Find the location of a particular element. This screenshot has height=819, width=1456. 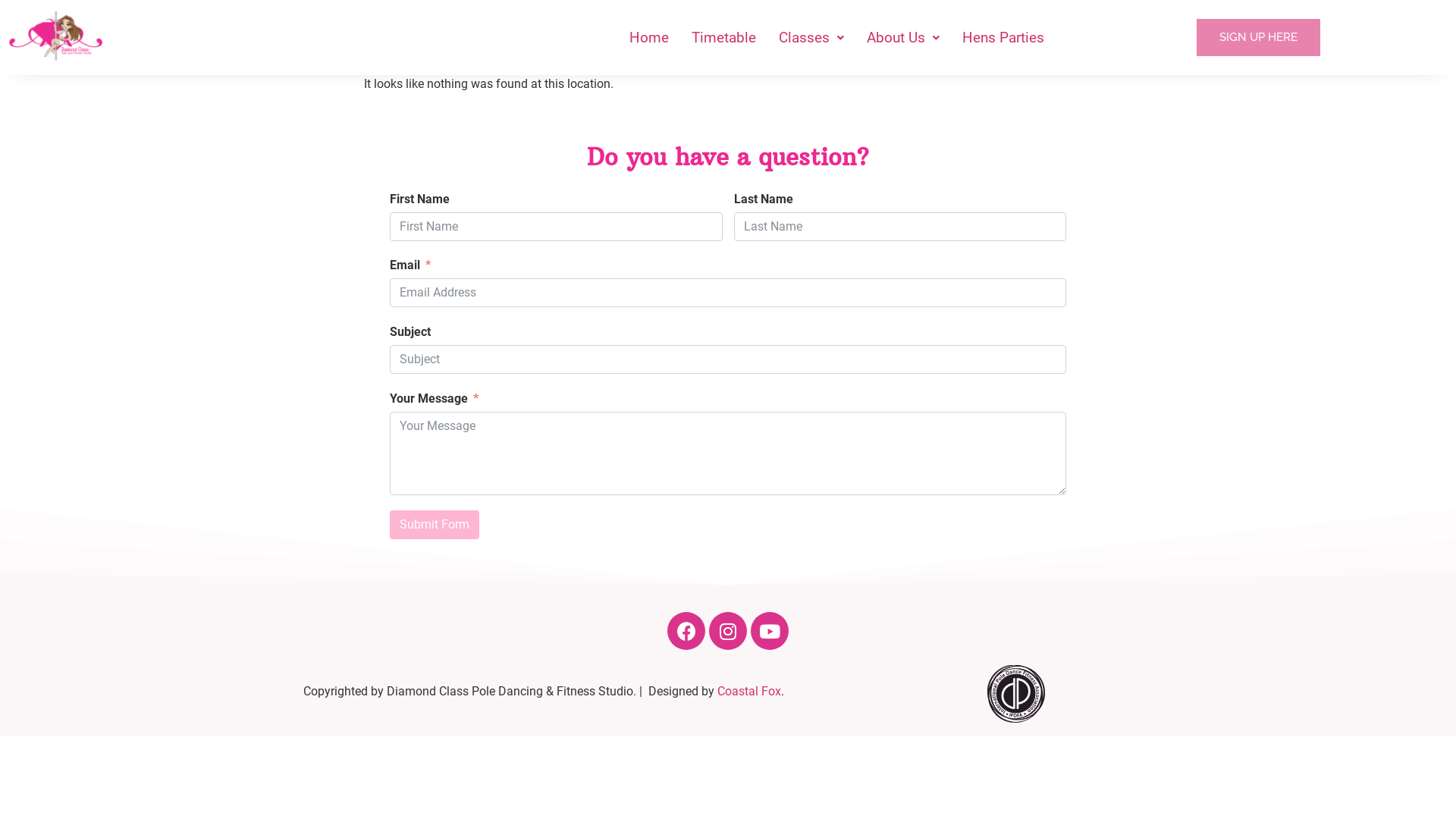

'Submit Form' is located at coordinates (433, 523).